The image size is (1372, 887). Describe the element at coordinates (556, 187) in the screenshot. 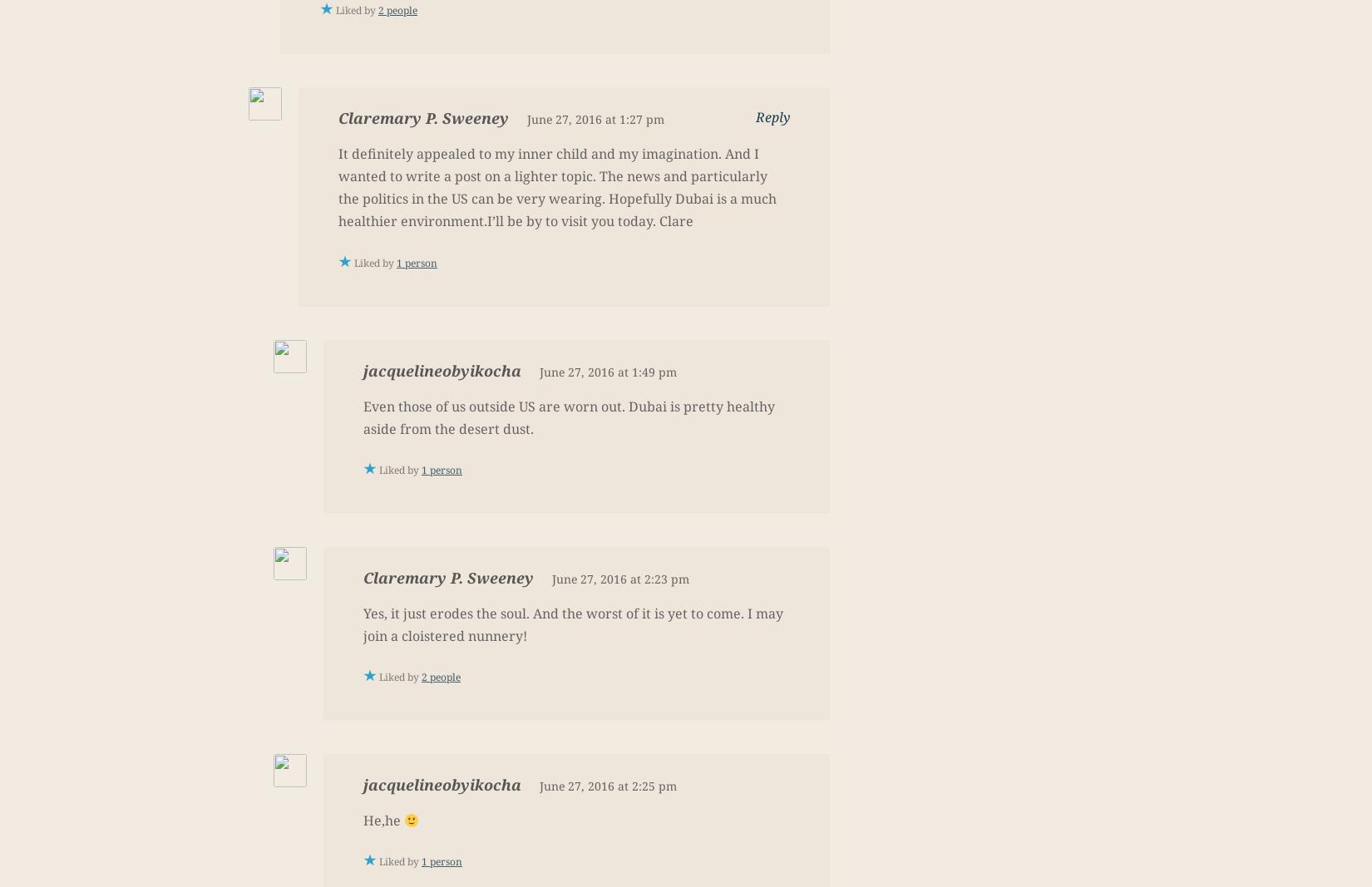

I see `'It definitely appealed to my inner child and my imagination. And I wanted to write a post on a lighter topic. The news and particularly the politics in the US can be very wearing. Hopefully Dubai is a much healthier environment.I’ll be by to visit you today.  Clare'` at that location.